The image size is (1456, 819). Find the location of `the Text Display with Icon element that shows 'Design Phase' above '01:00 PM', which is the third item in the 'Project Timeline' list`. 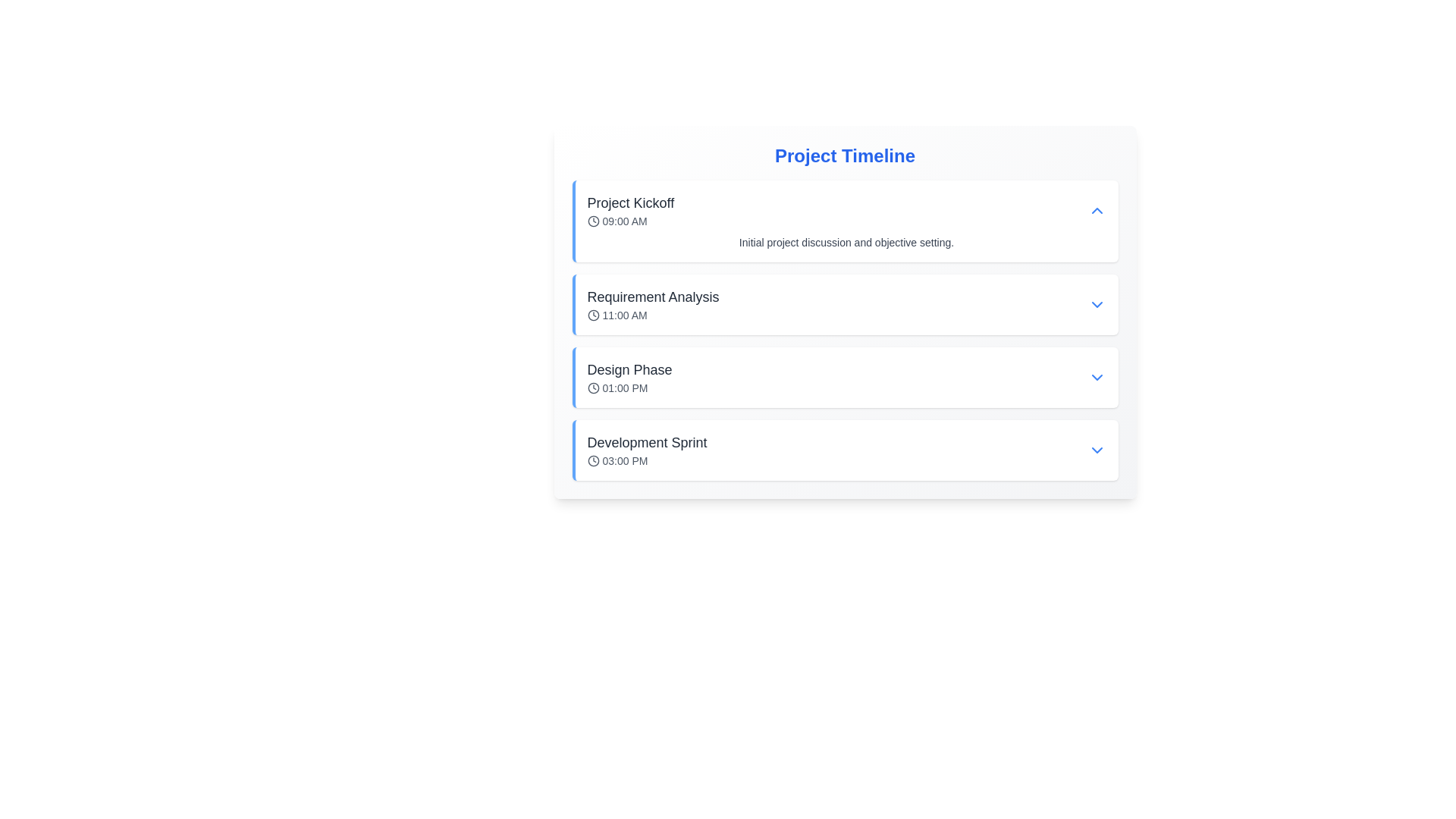

the Text Display with Icon element that shows 'Design Phase' above '01:00 PM', which is the third item in the 'Project Timeline' list is located at coordinates (629, 376).